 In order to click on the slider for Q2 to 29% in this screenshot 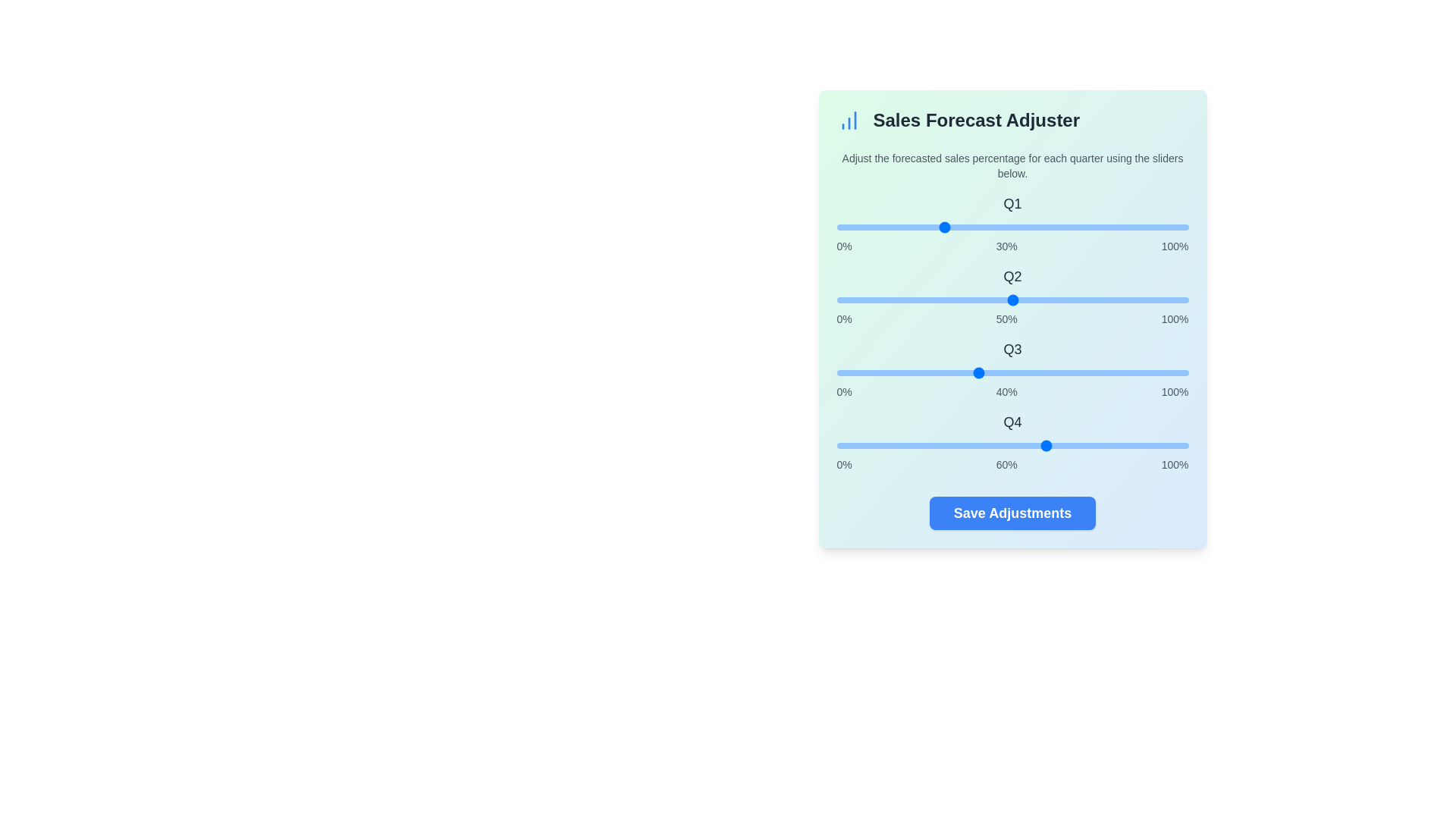, I will do `click(938, 300)`.